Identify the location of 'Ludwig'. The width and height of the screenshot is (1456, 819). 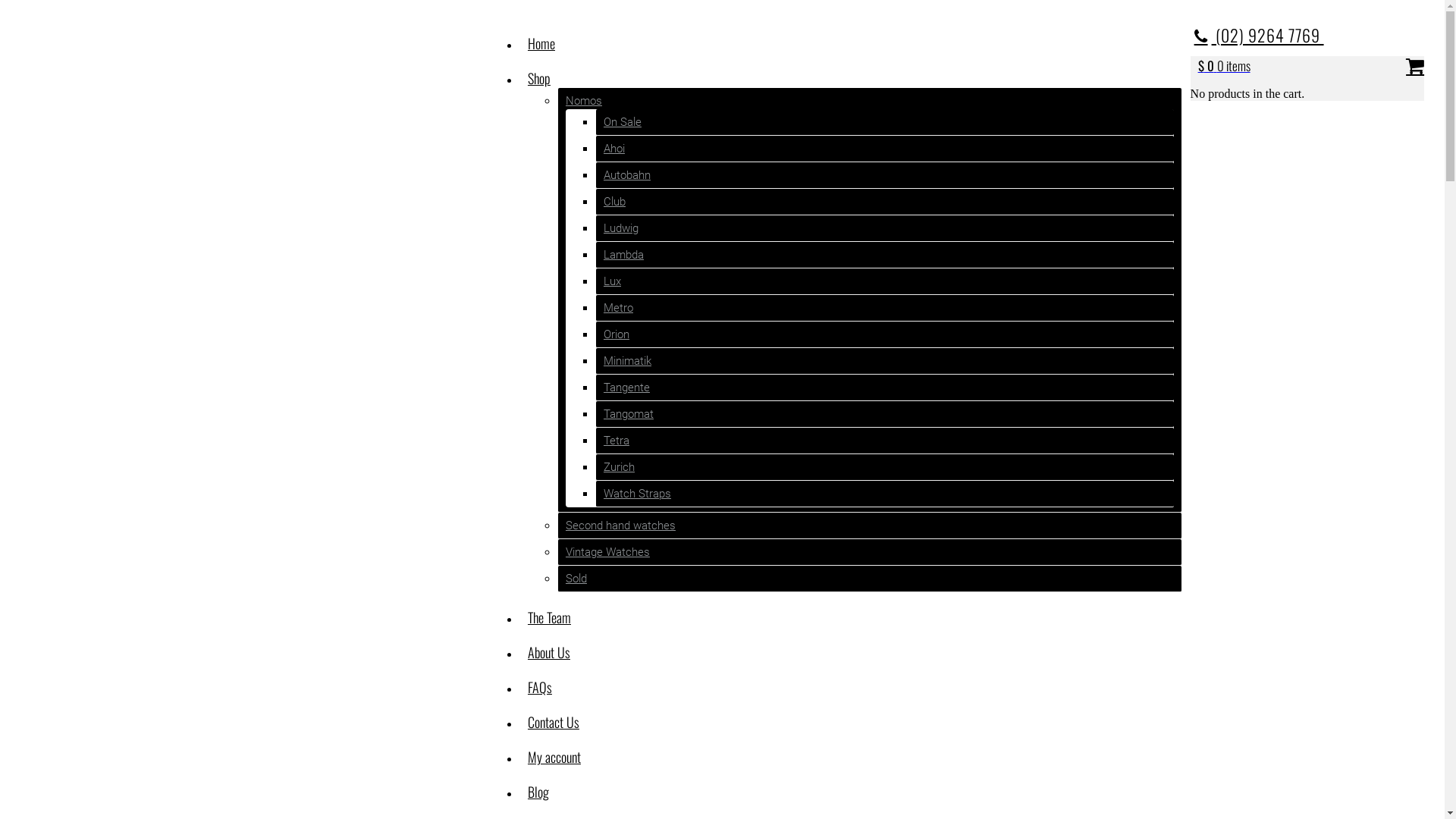
(621, 227).